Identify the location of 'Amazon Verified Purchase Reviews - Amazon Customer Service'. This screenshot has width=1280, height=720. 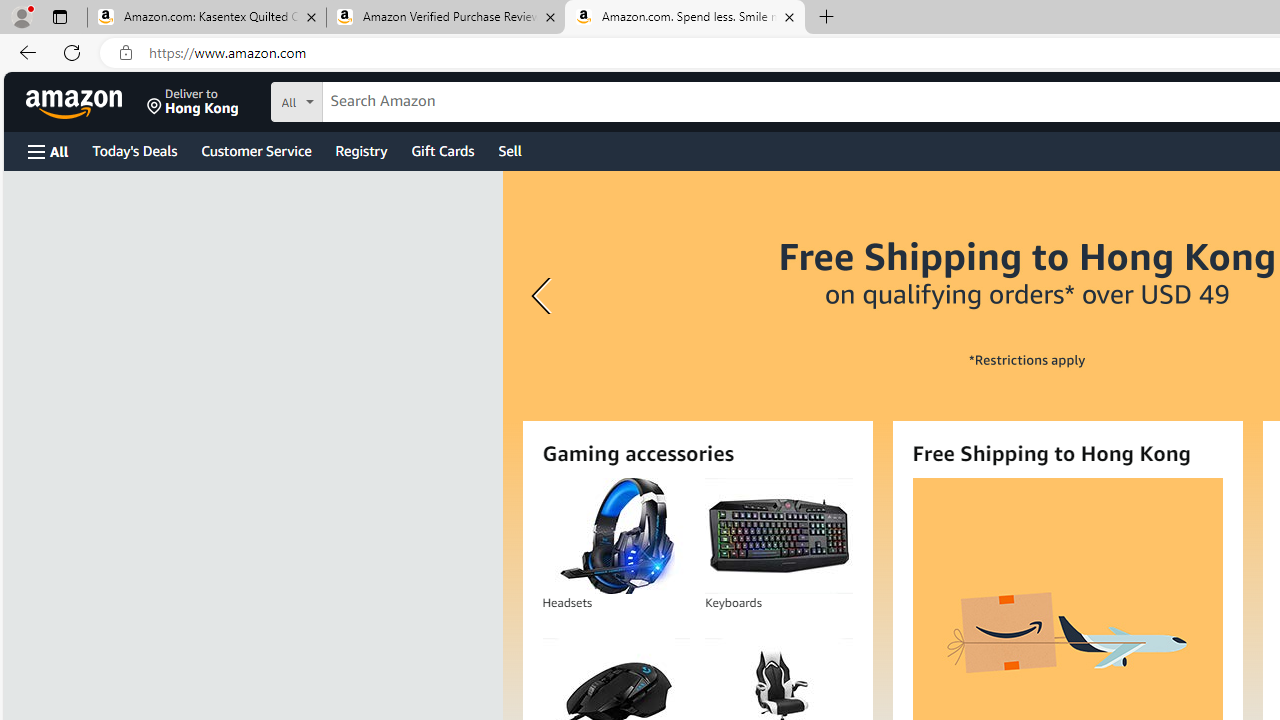
(444, 17).